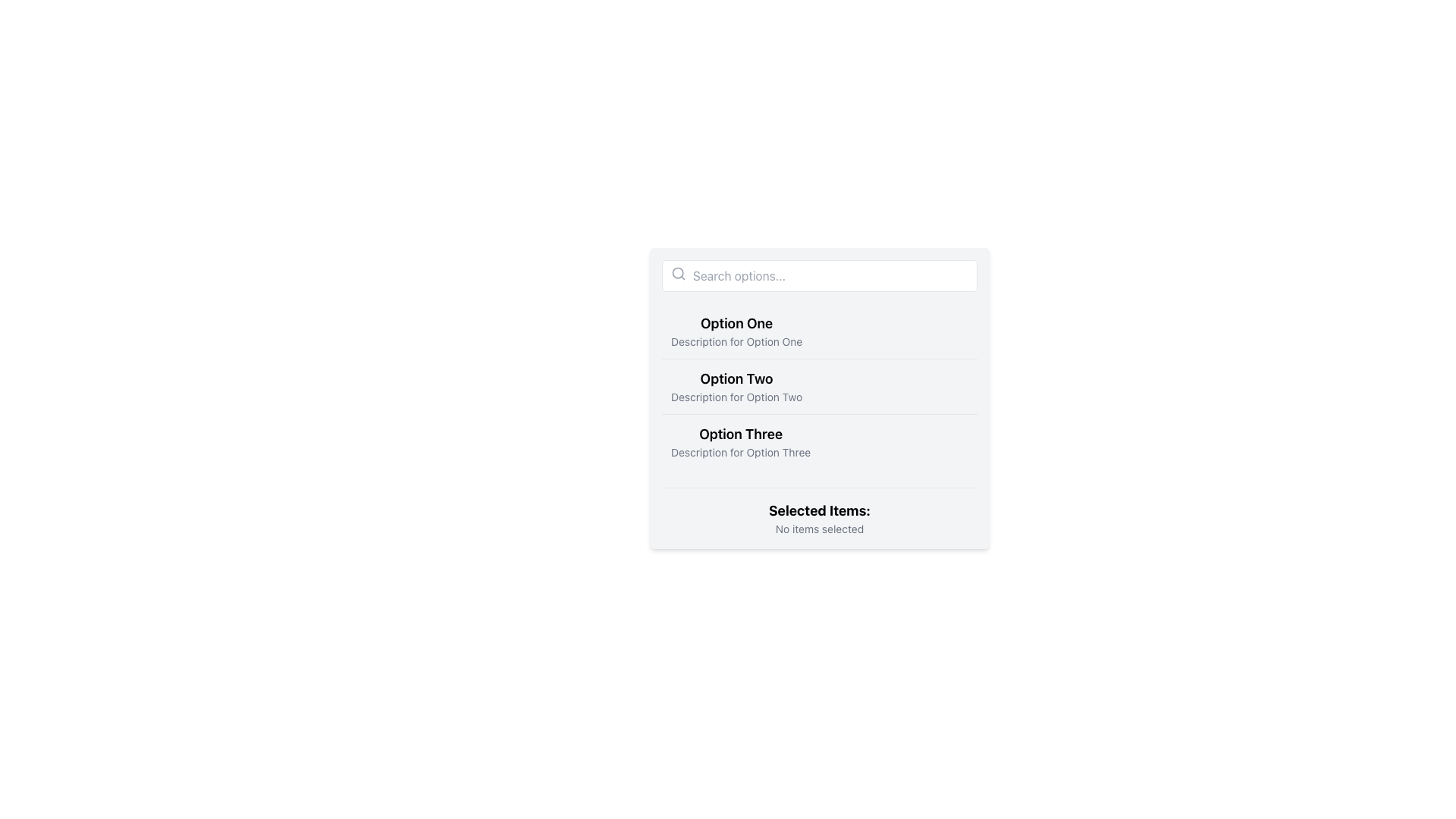 This screenshot has height=819, width=1456. Describe the element at coordinates (741, 441) in the screenshot. I see `the third selectable option, labeled 'Option Three', in the dropdown menu` at that location.